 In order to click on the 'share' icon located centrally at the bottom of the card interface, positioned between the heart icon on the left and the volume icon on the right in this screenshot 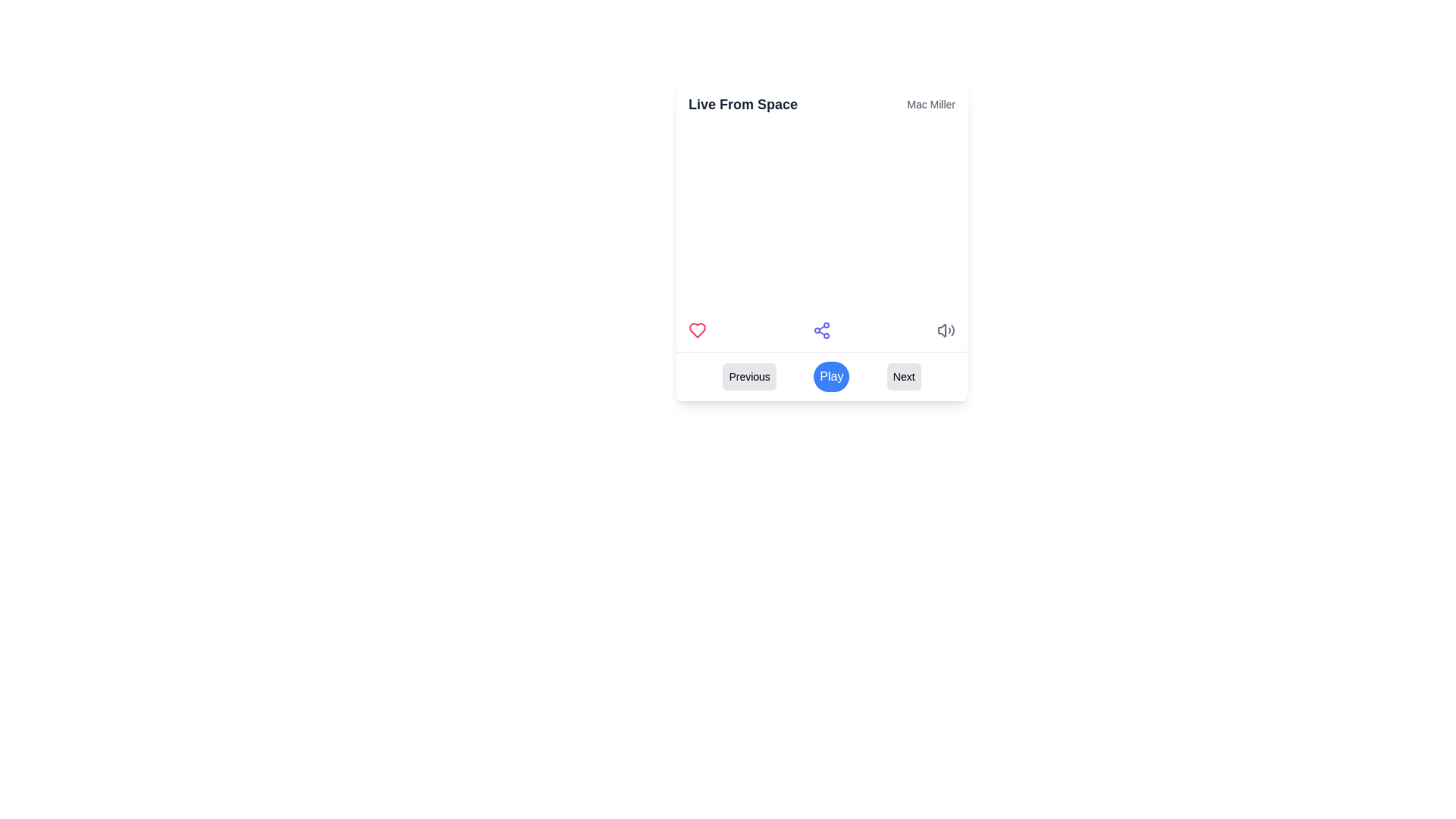, I will do `click(821, 329)`.